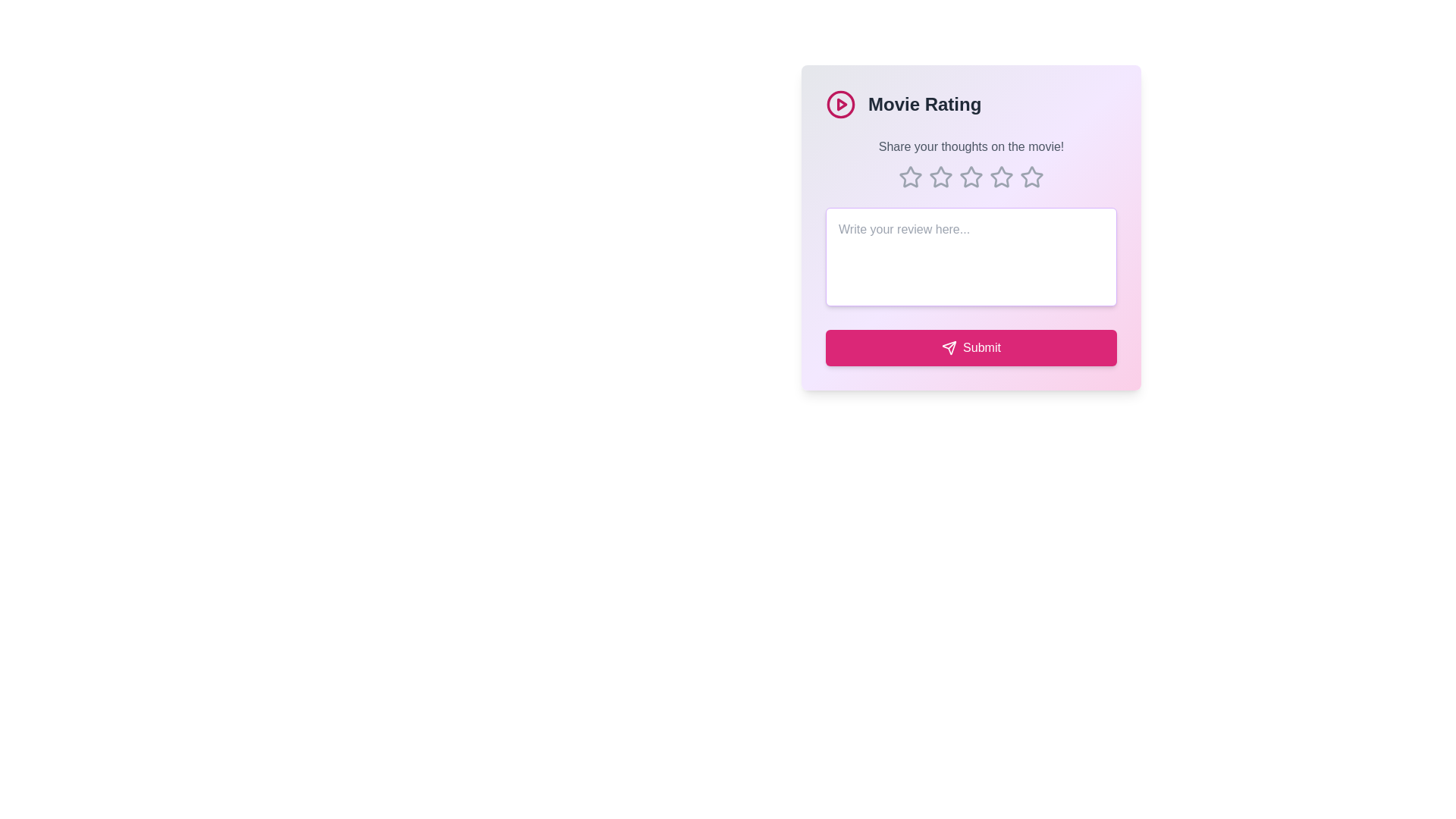  Describe the element at coordinates (971, 348) in the screenshot. I see `the 'Submit' button` at that location.